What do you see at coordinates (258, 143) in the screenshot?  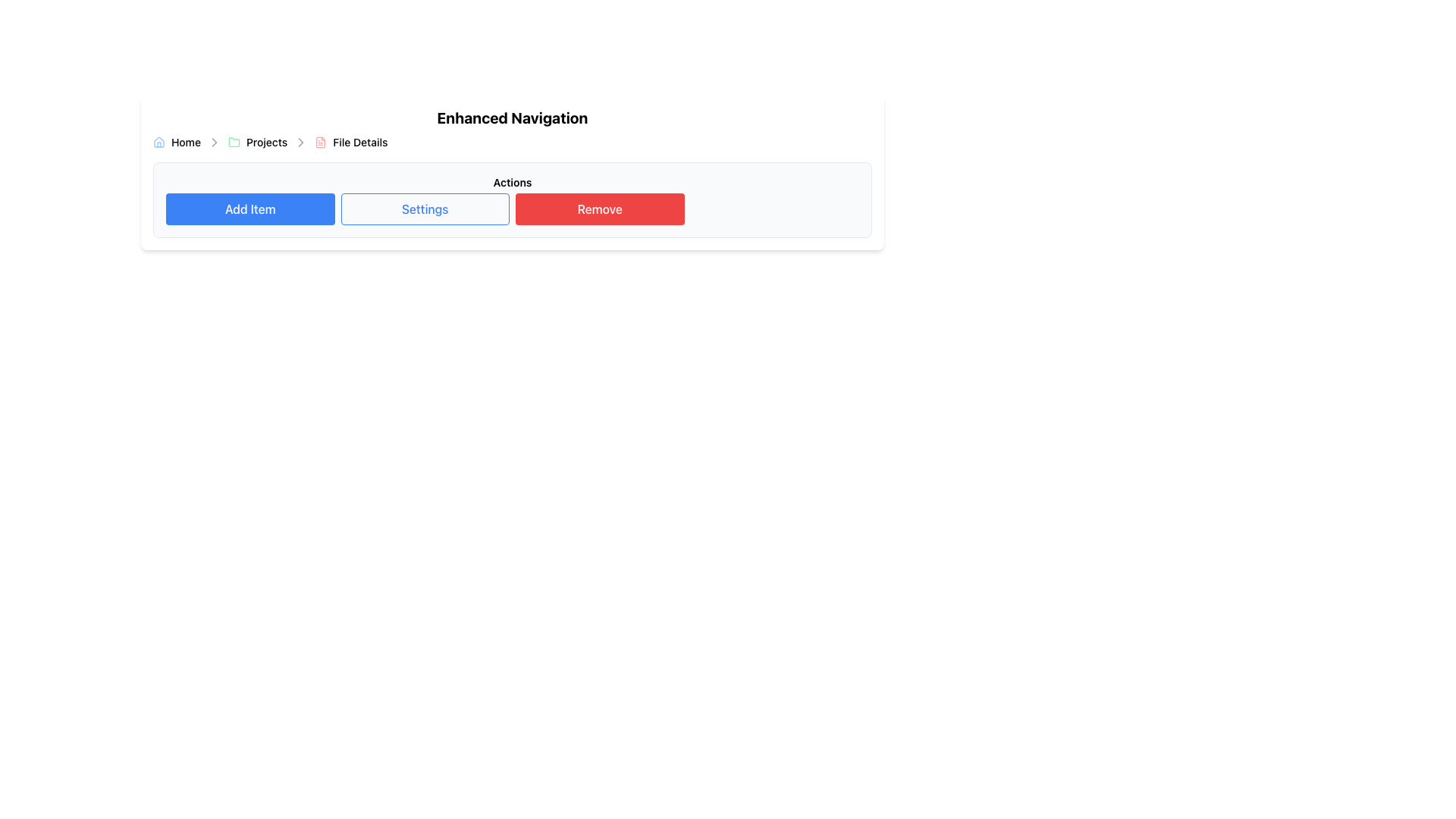 I see `the second label in the breadcrumb navigation` at bounding box center [258, 143].